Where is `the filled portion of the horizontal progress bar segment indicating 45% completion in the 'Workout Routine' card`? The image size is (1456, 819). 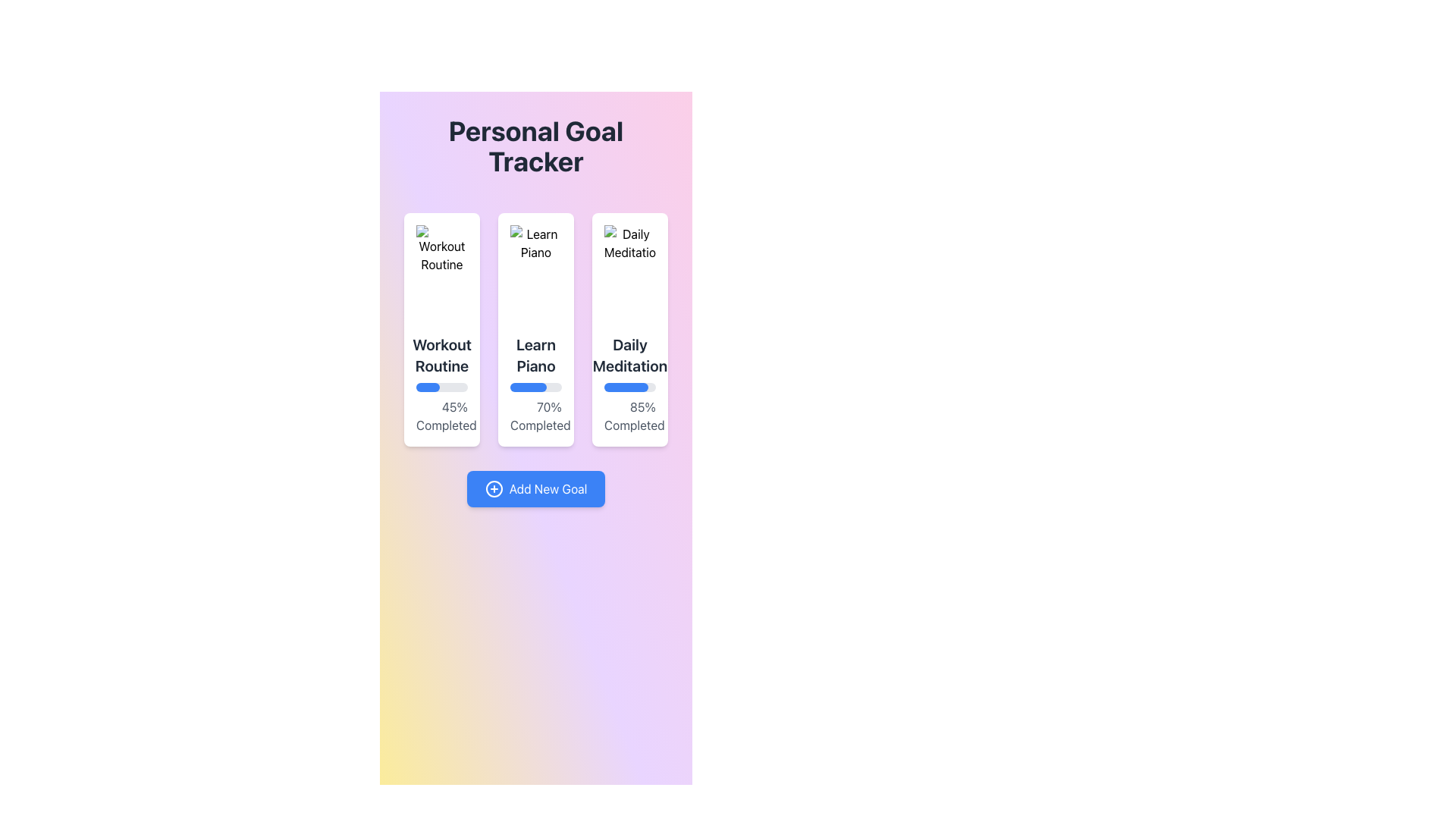 the filled portion of the horizontal progress bar segment indicating 45% completion in the 'Workout Routine' card is located at coordinates (427, 386).